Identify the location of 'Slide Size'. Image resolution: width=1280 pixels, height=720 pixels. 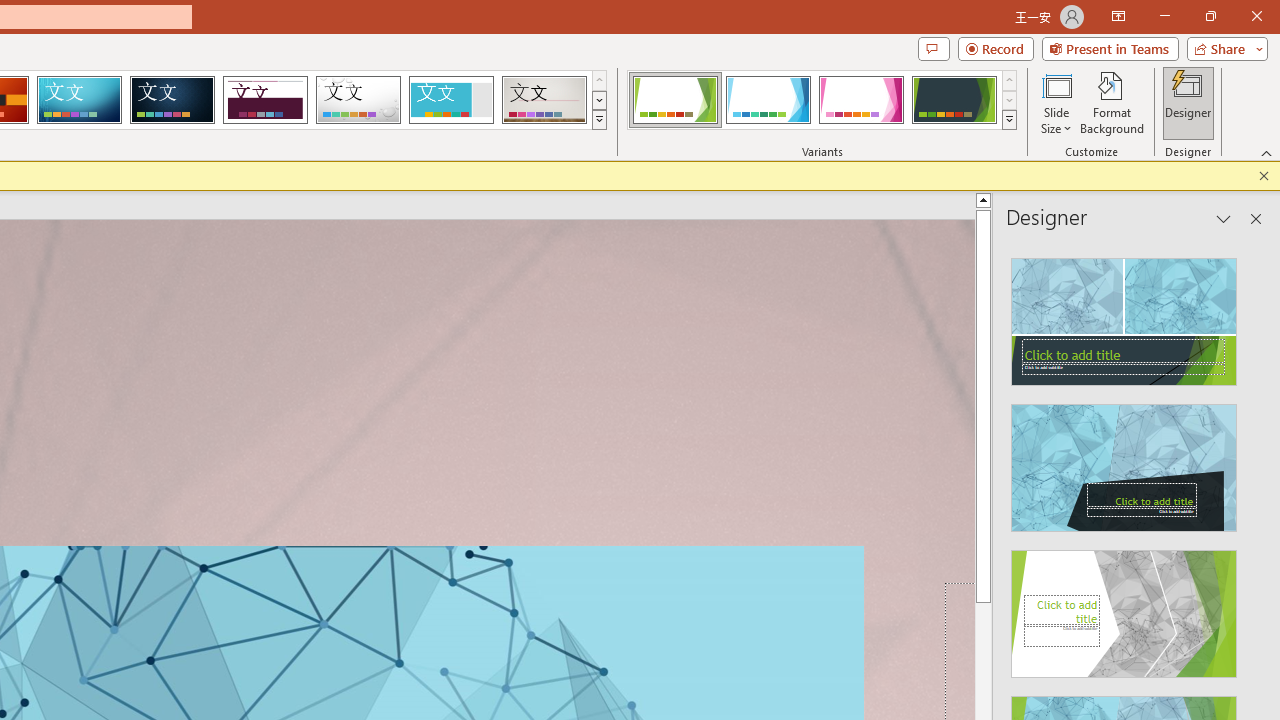
(1055, 103).